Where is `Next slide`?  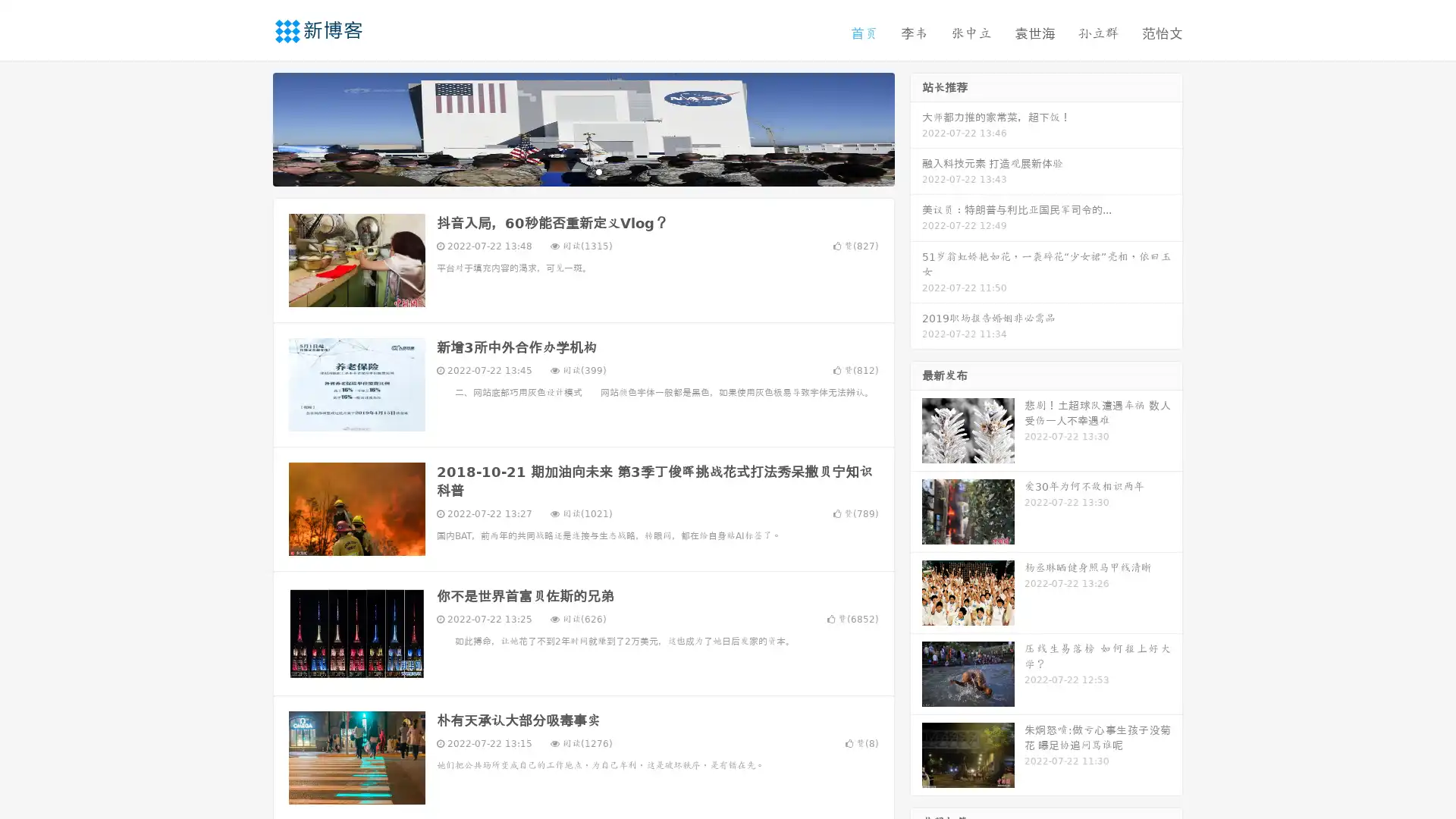 Next slide is located at coordinates (916, 127).